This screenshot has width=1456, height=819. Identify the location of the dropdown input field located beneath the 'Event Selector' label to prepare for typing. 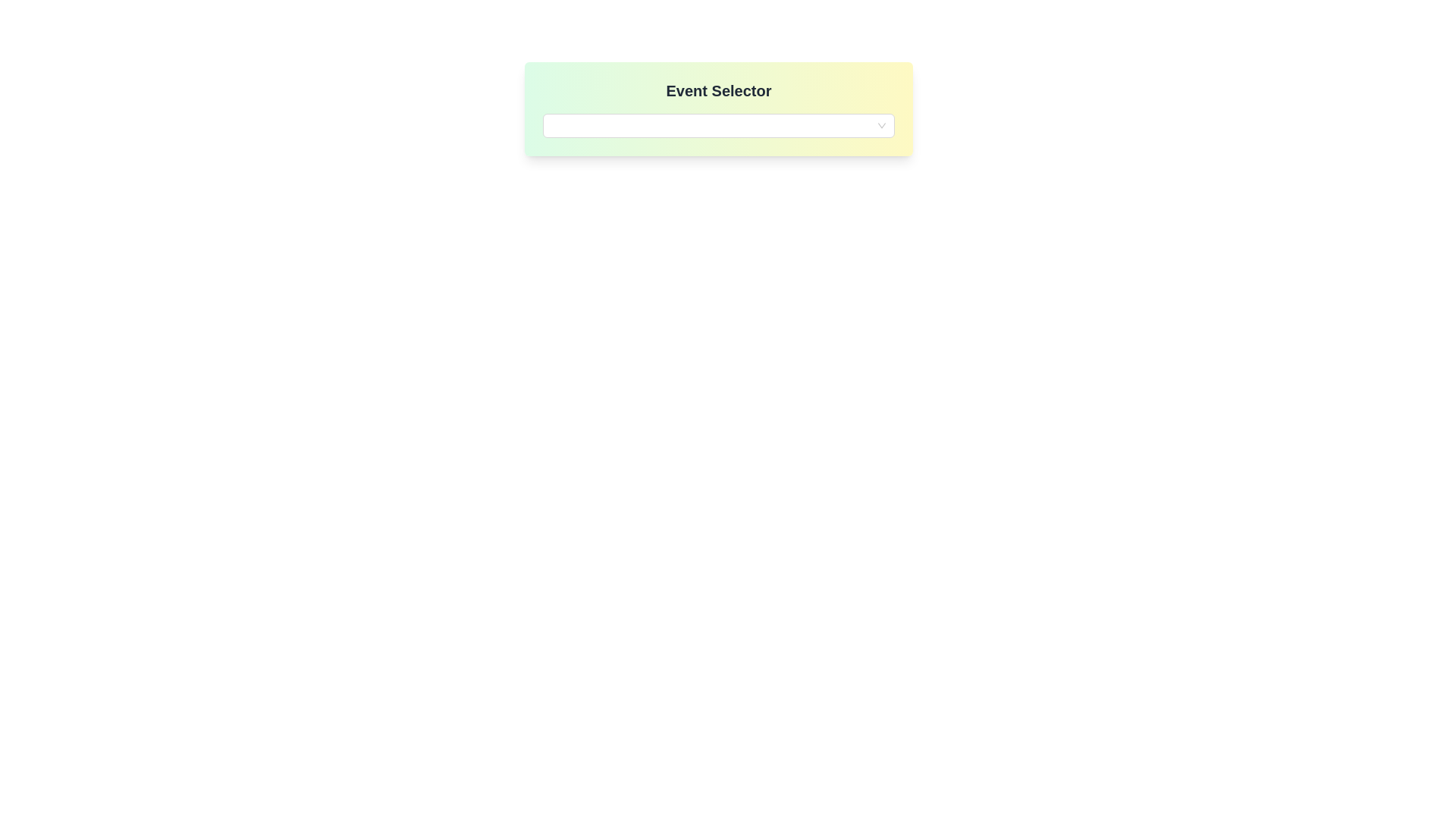
(718, 124).